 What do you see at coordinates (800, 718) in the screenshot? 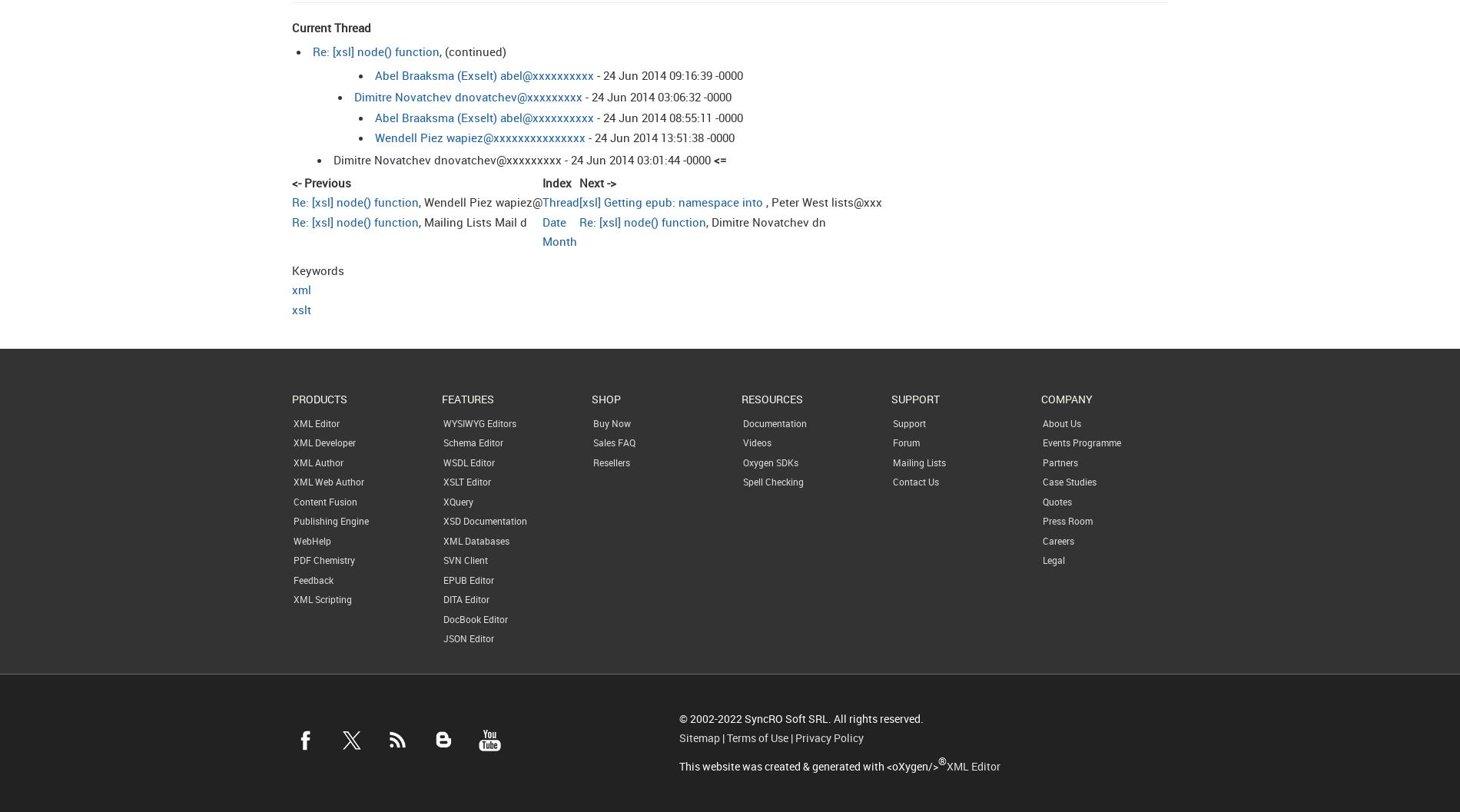
I see `'© 2002-2022 SyncRO Soft SRL. All rights reserved.'` at bounding box center [800, 718].